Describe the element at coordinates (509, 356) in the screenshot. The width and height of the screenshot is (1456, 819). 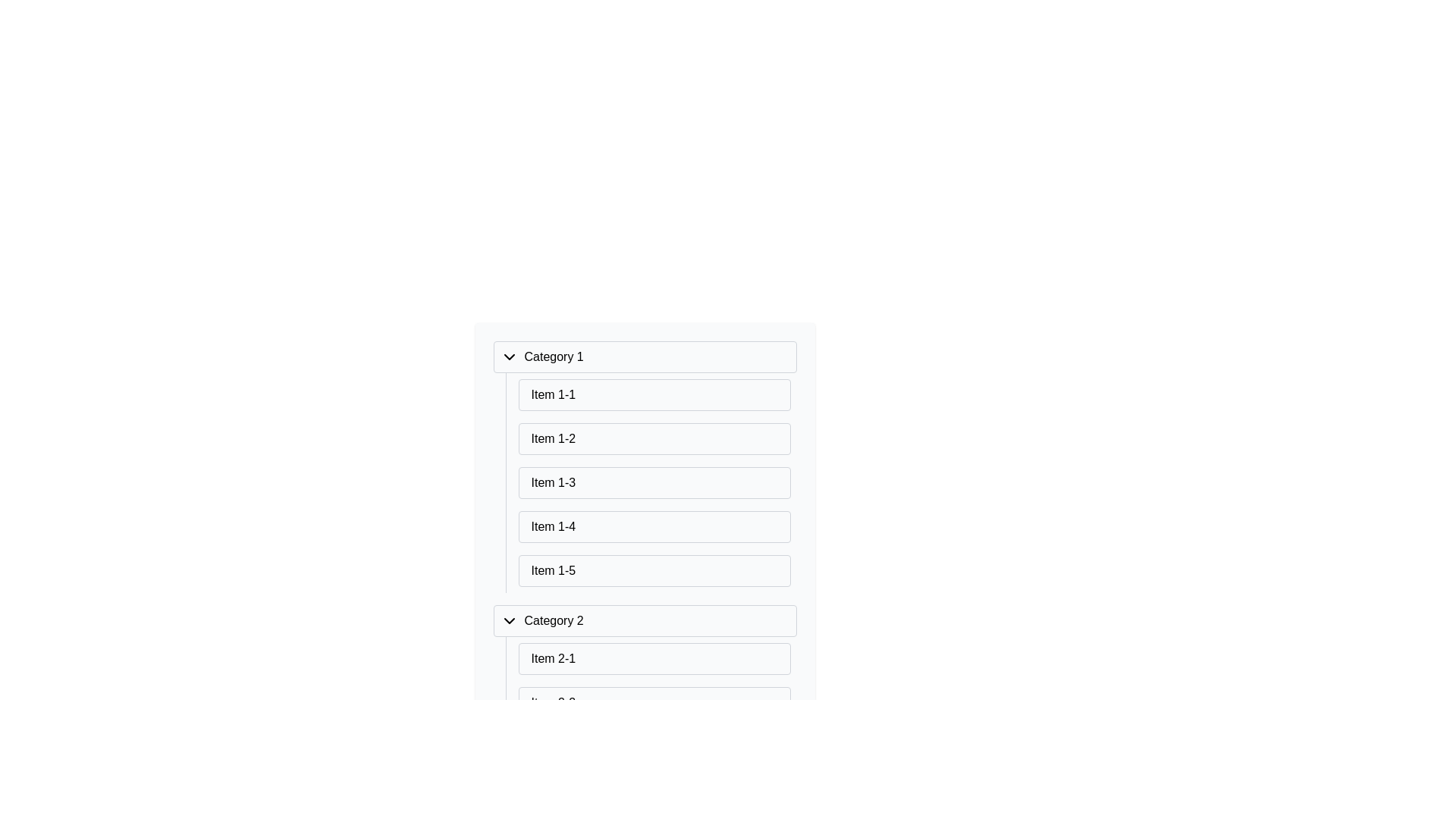
I see `the dropdown toggle icon` at that location.